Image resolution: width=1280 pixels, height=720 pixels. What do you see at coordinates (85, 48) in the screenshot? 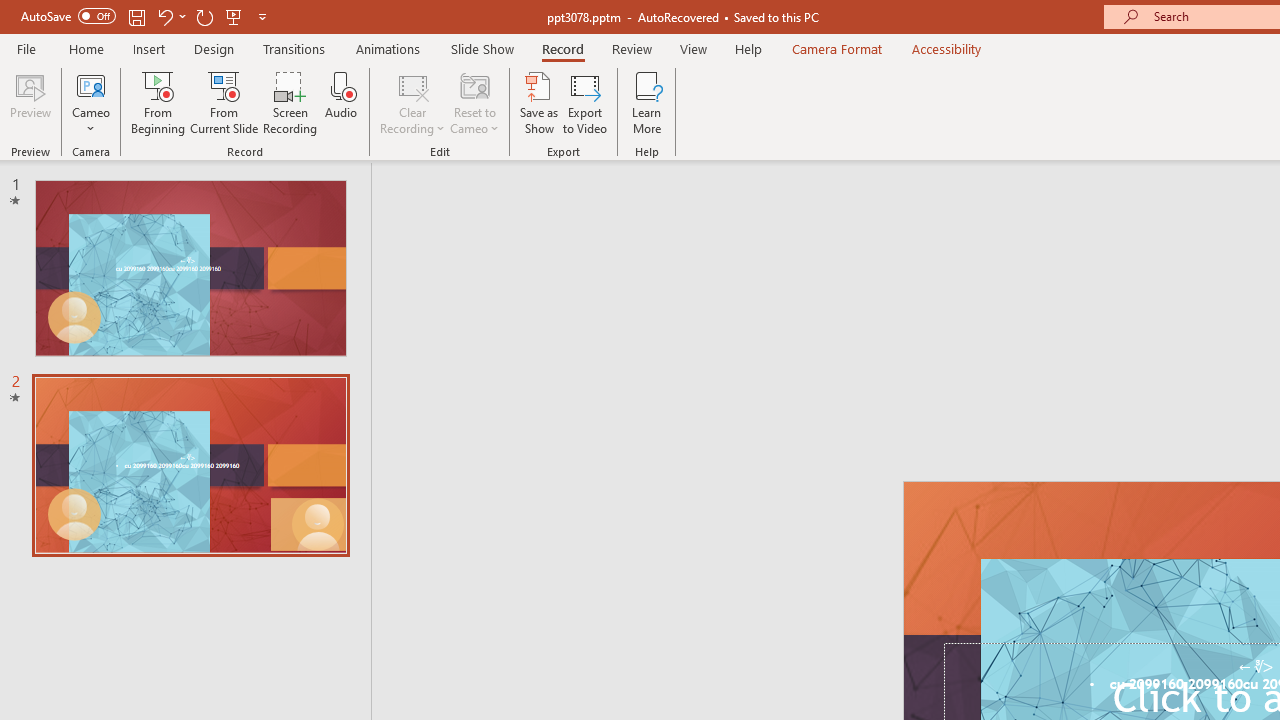
I see `'Home'` at bounding box center [85, 48].